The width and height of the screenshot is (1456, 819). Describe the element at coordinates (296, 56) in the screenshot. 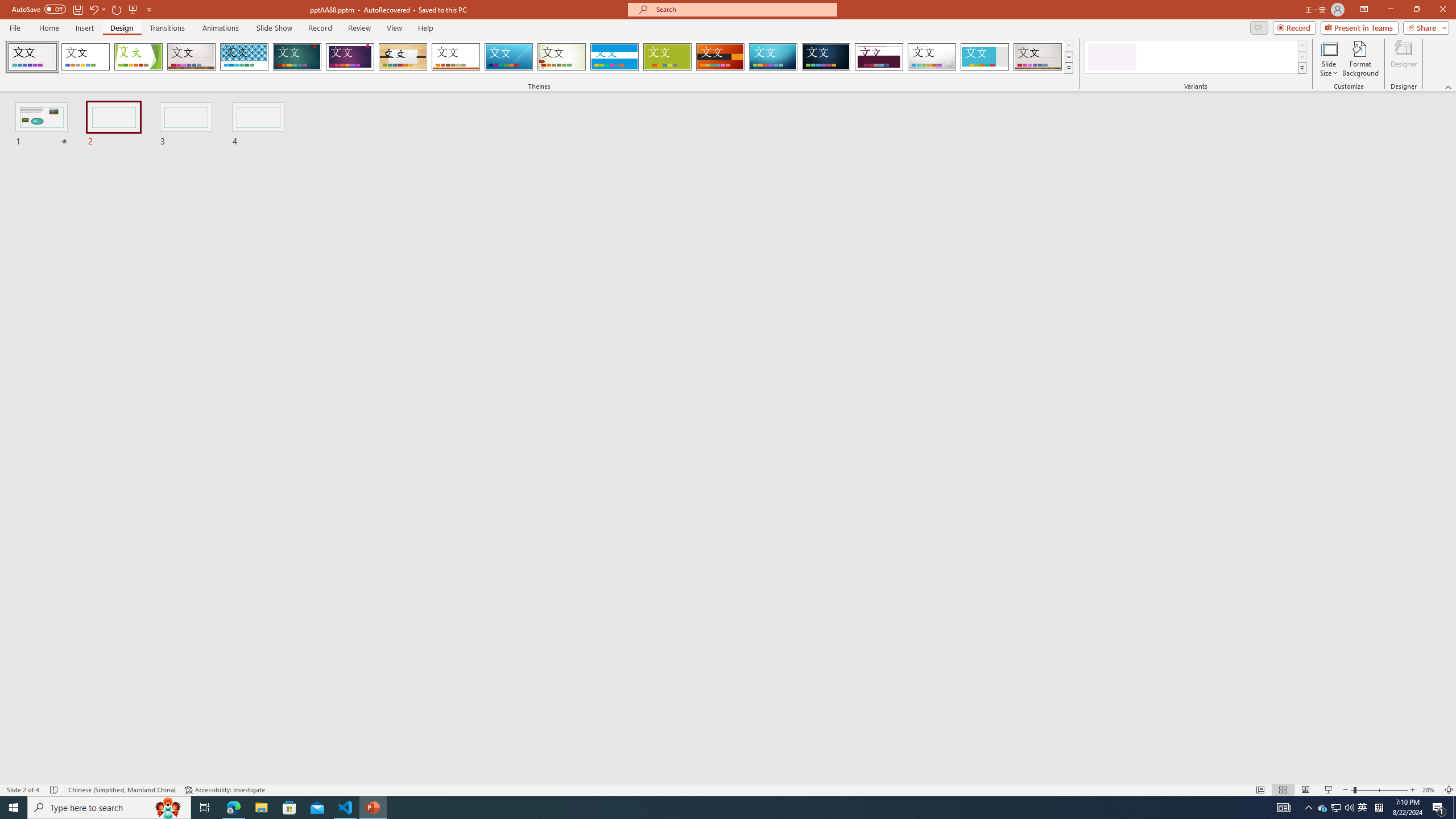

I see `'Ion Loading Preview...'` at that location.